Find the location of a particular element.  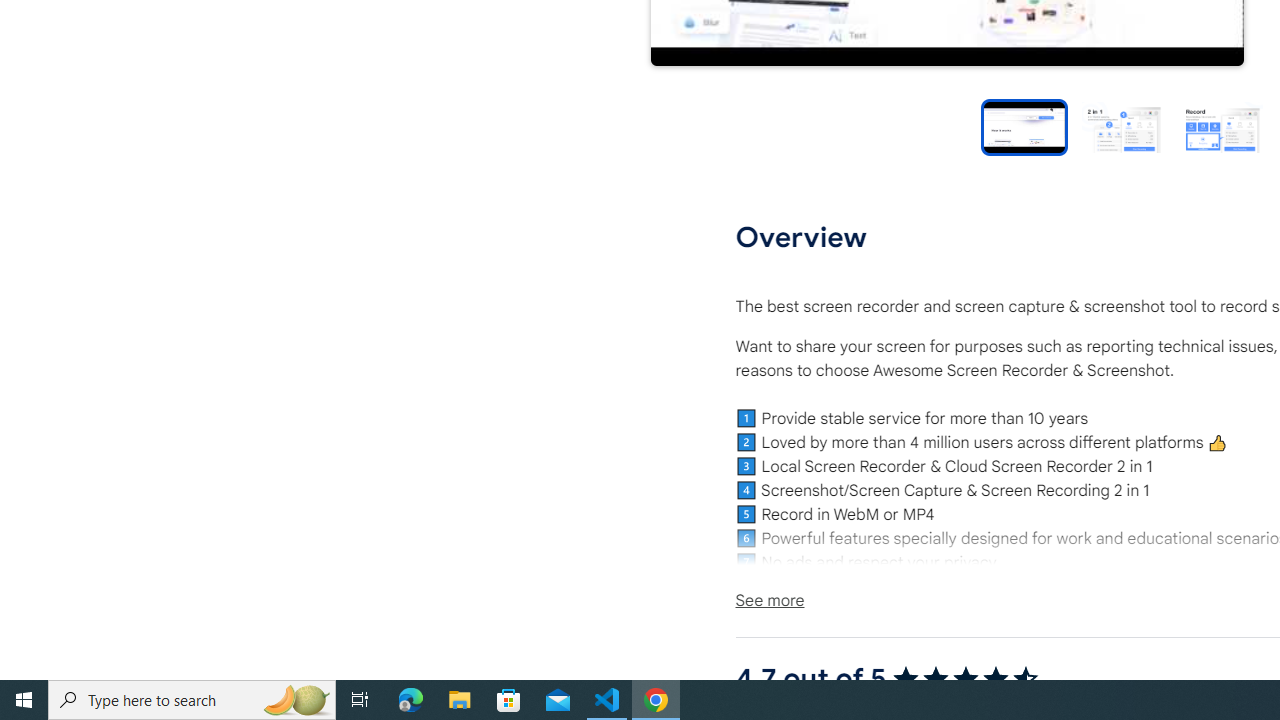

'Start' is located at coordinates (24, 698).